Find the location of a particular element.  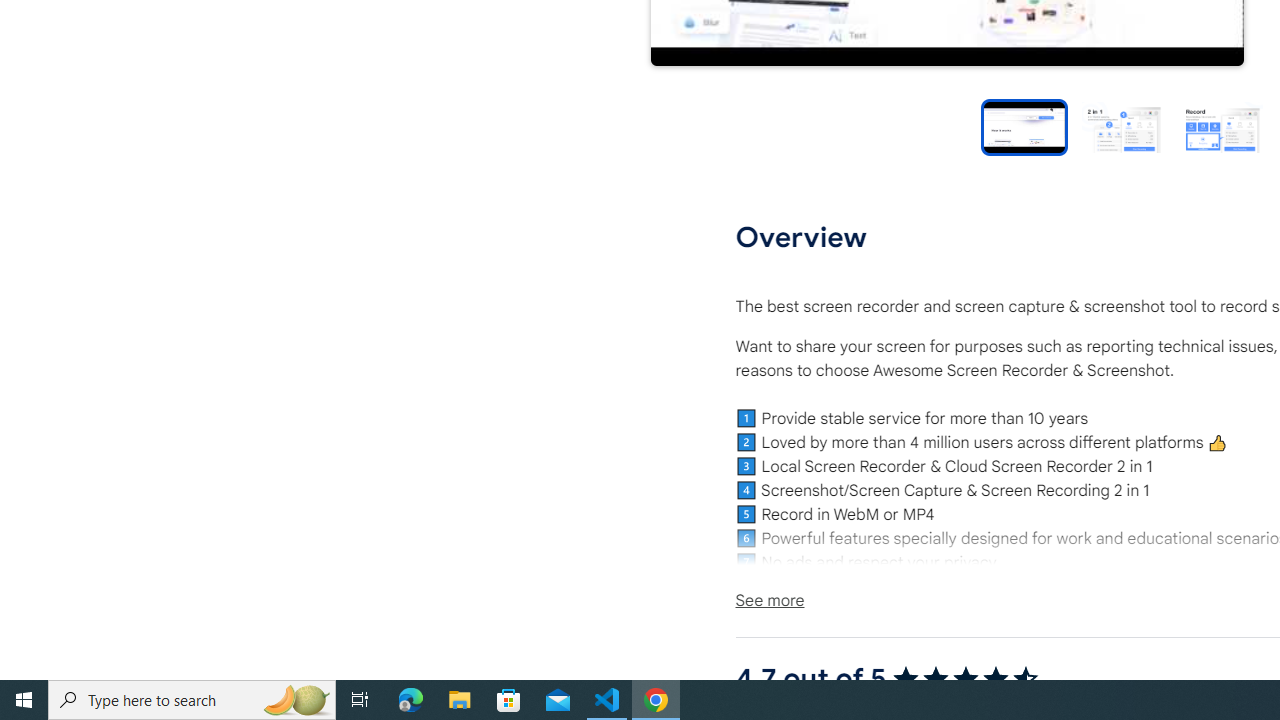

'Start' is located at coordinates (24, 698).